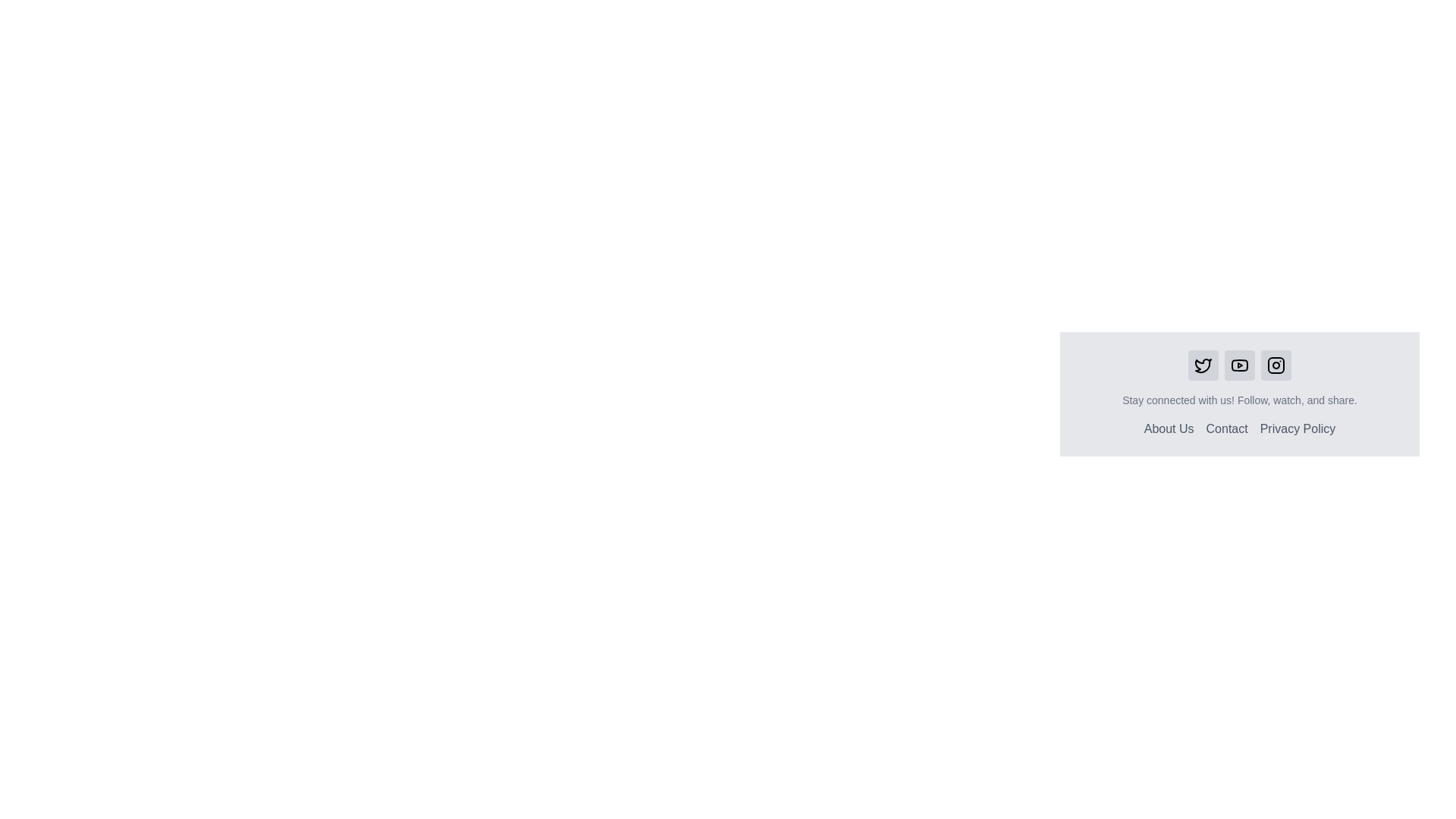  What do you see at coordinates (1168, 429) in the screenshot?
I see `the 'About Us' text link located in the horizontal navigation bar` at bounding box center [1168, 429].